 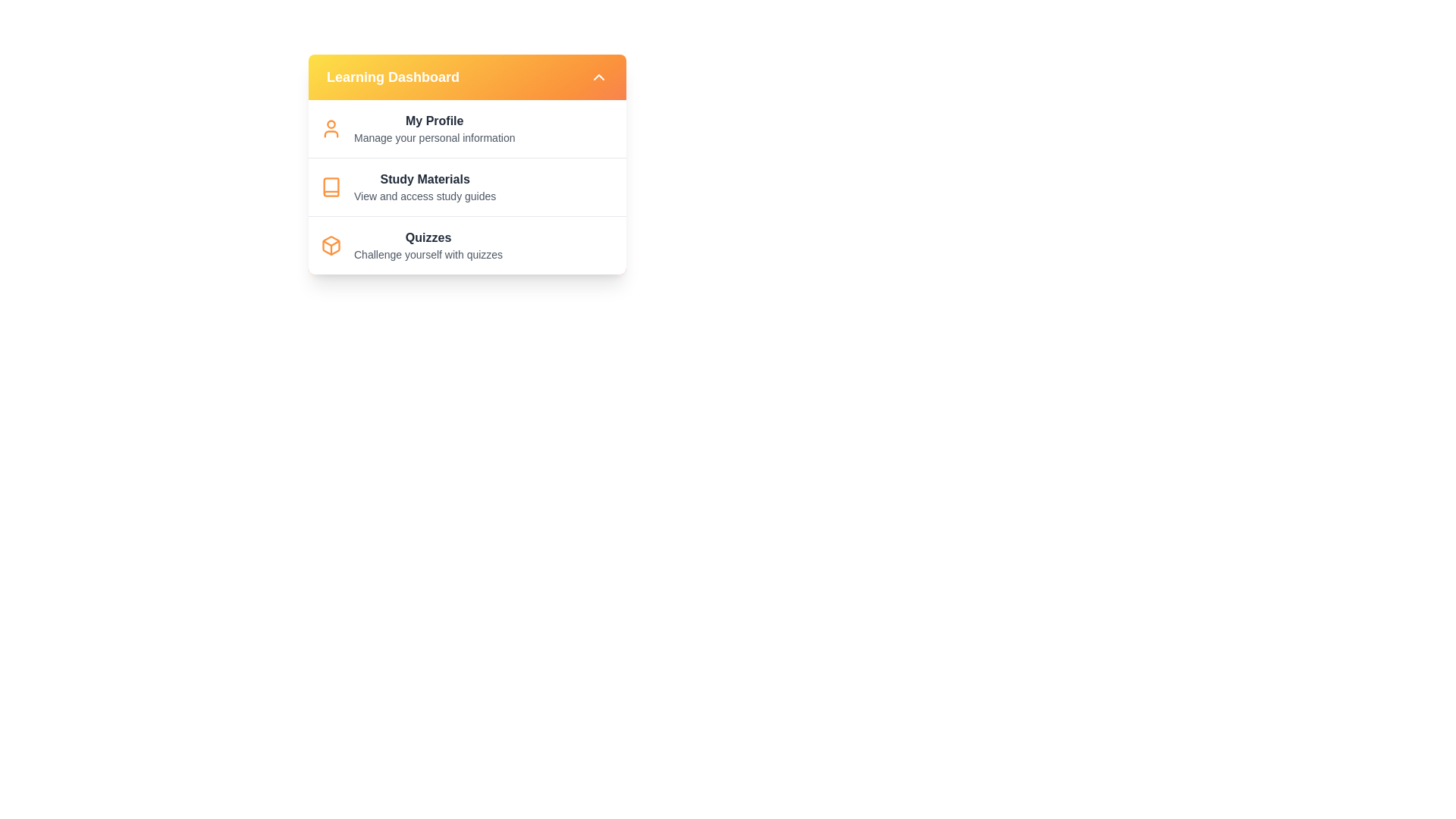 I want to click on the menu item My Profile from the LearningMenu, so click(x=433, y=127).